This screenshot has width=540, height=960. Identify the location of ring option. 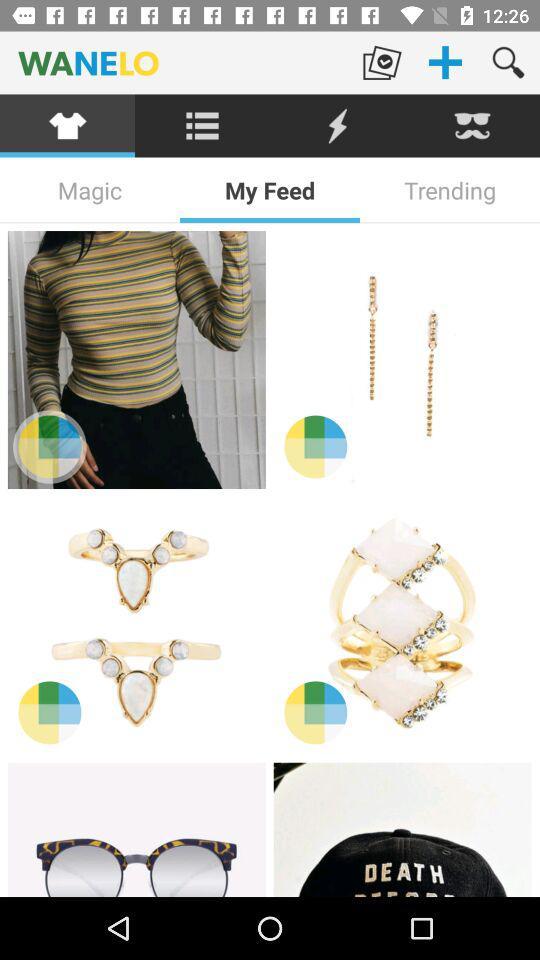
(135, 624).